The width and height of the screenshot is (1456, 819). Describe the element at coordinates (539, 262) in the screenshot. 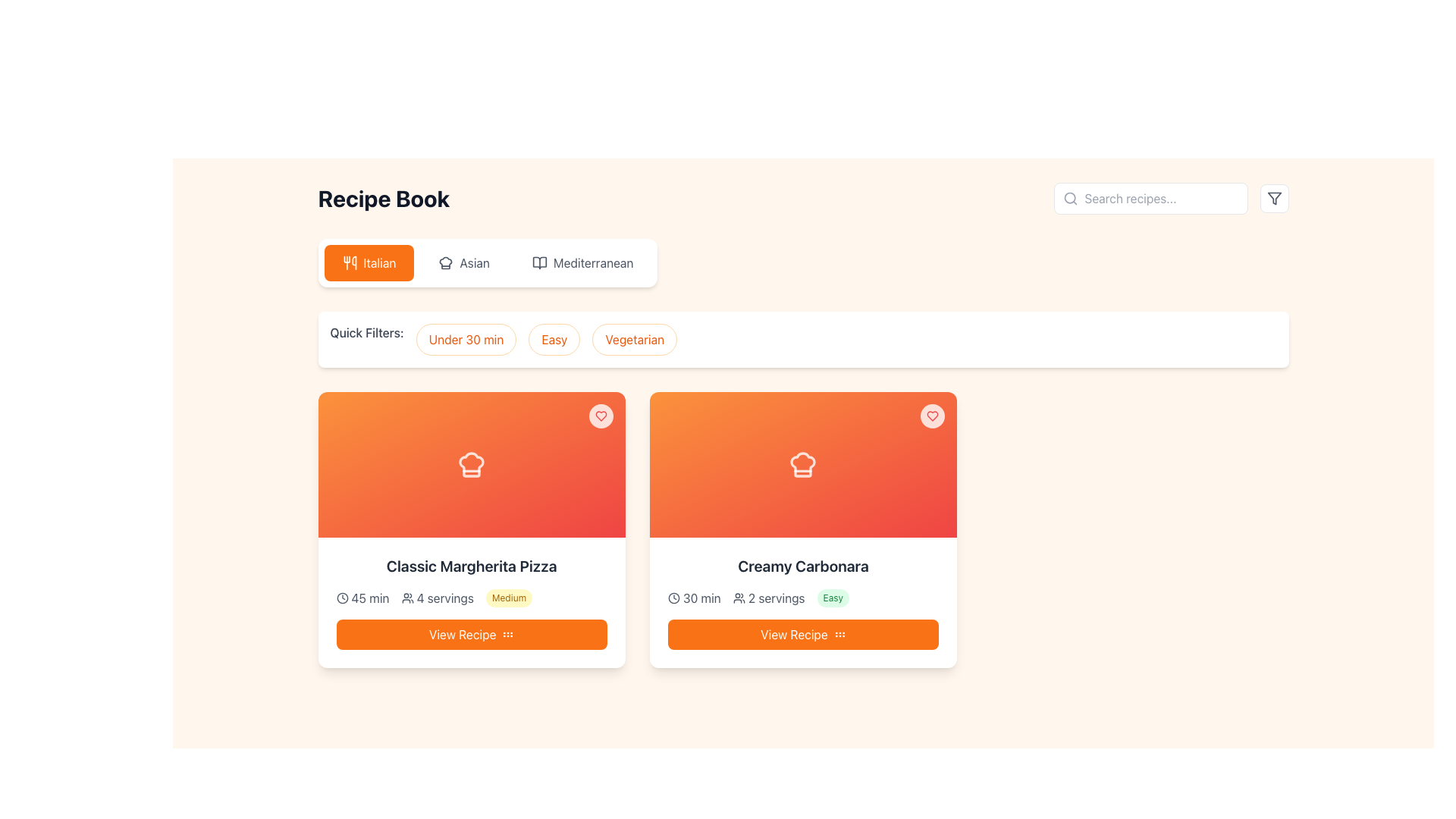

I see `the icon located to the left of the text 'Mediterranean' within the Mediterranean button to interact with the button` at that location.